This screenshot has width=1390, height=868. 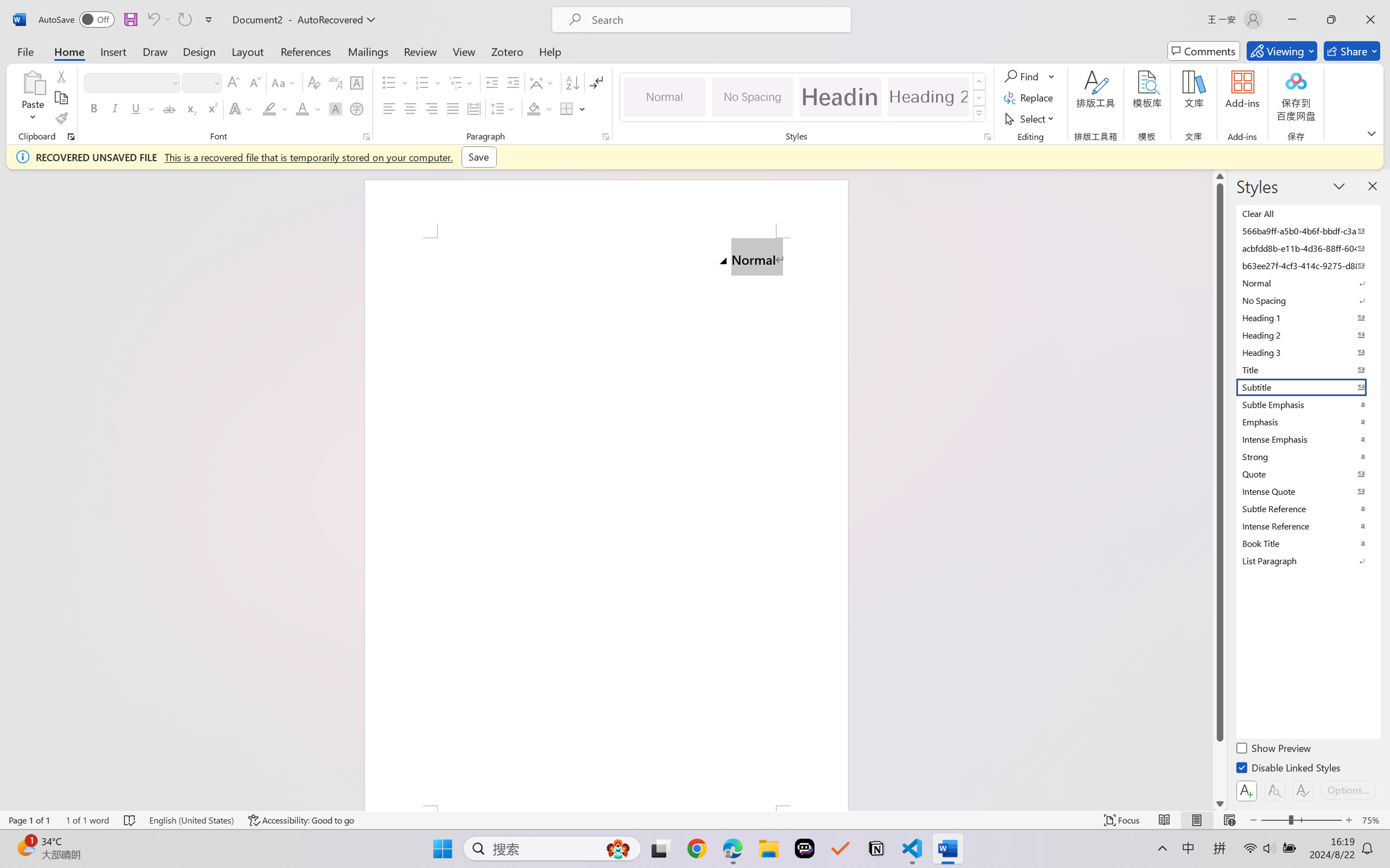 What do you see at coordinates (303, 108) in the screenshot?
I see `'Font Color RGB(255, 0, 0)'` at bounding box center [303, 108].